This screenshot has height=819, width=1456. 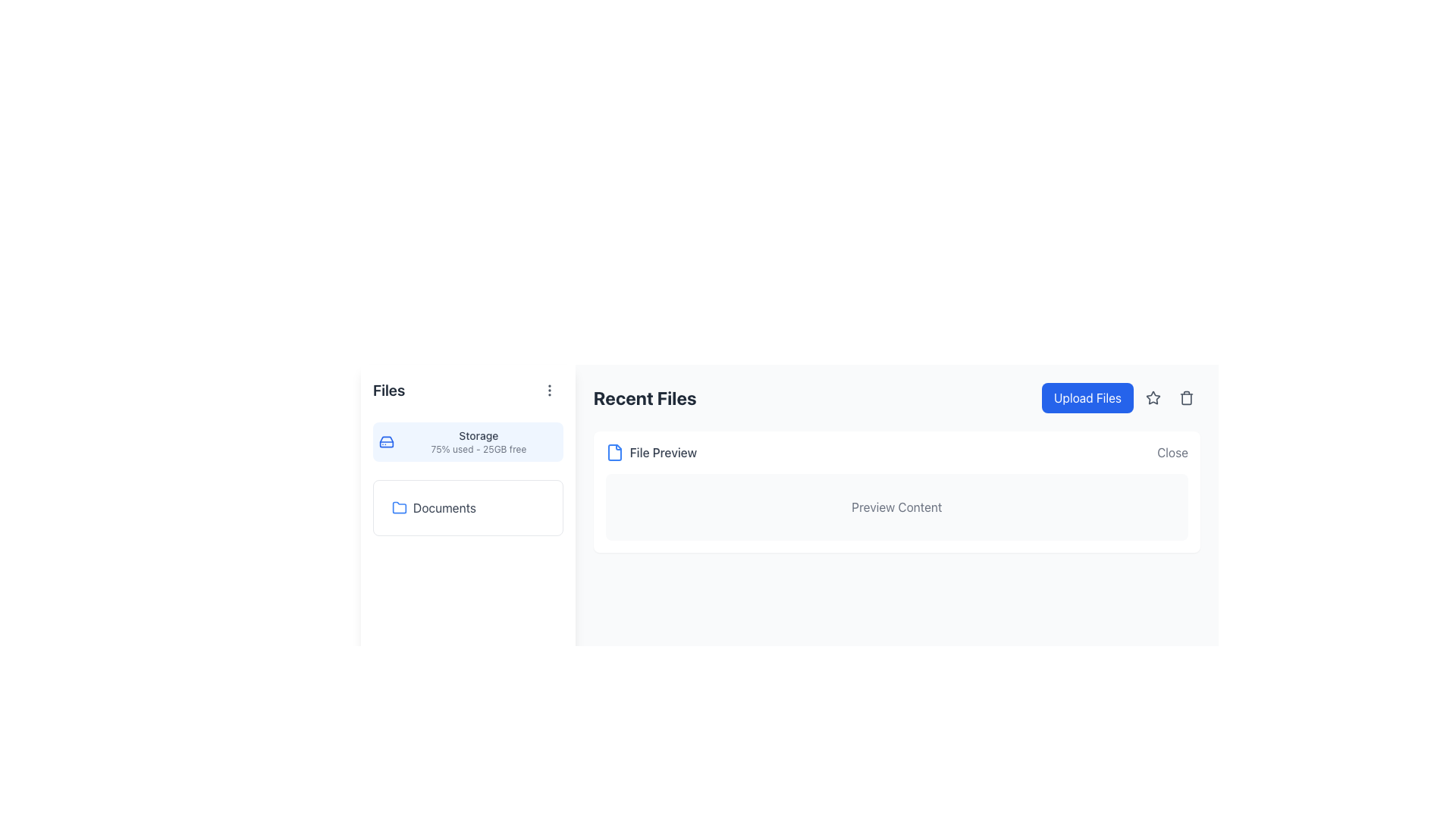 What do you see at coordinates (1087, 397) in the screenshot?
I see `the prominently styled blue button labeled 'Upload Files'` at bounding box center [1087, 397].